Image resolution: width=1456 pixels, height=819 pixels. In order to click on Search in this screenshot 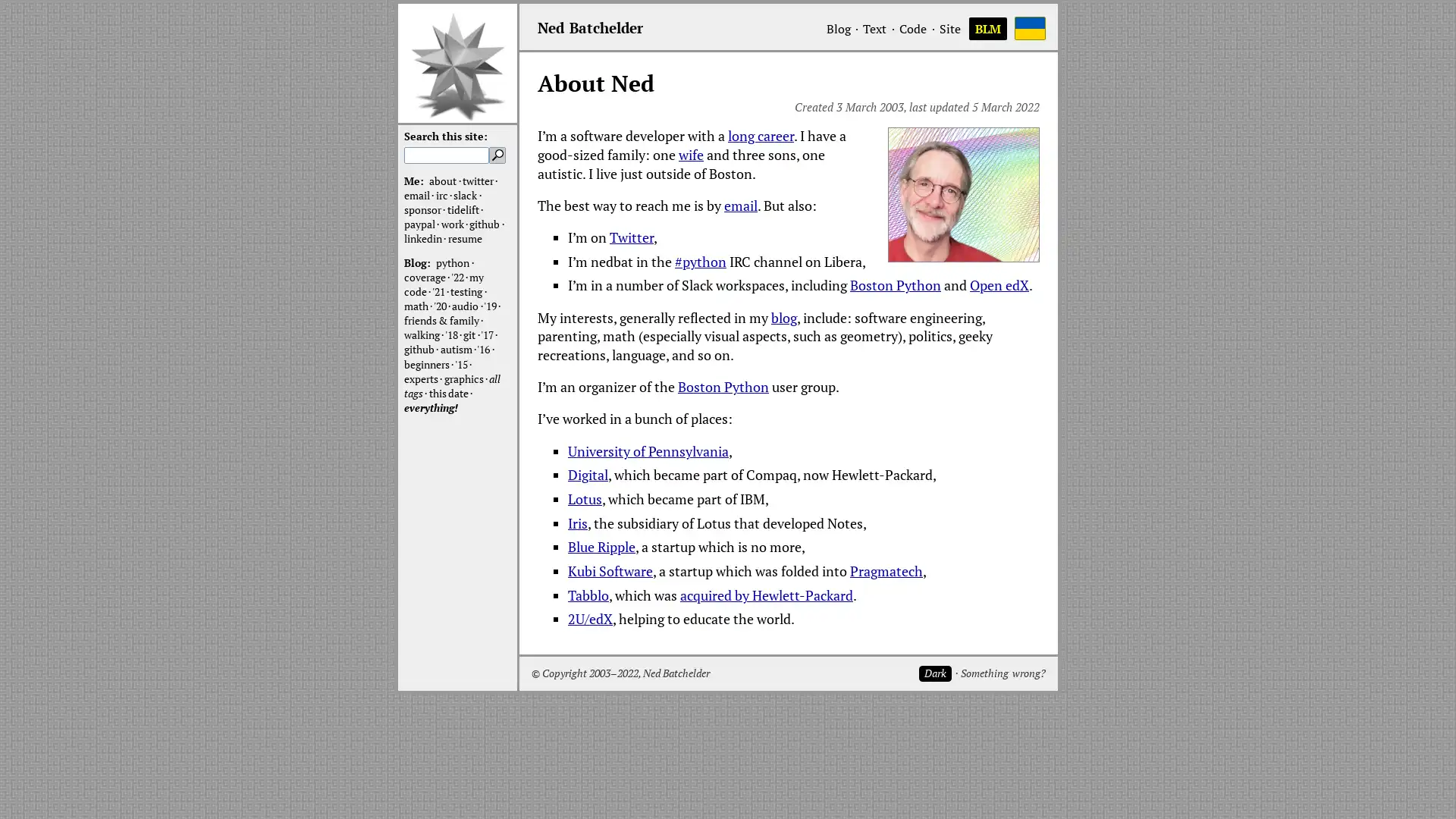, I will do `click(497, 155)`.